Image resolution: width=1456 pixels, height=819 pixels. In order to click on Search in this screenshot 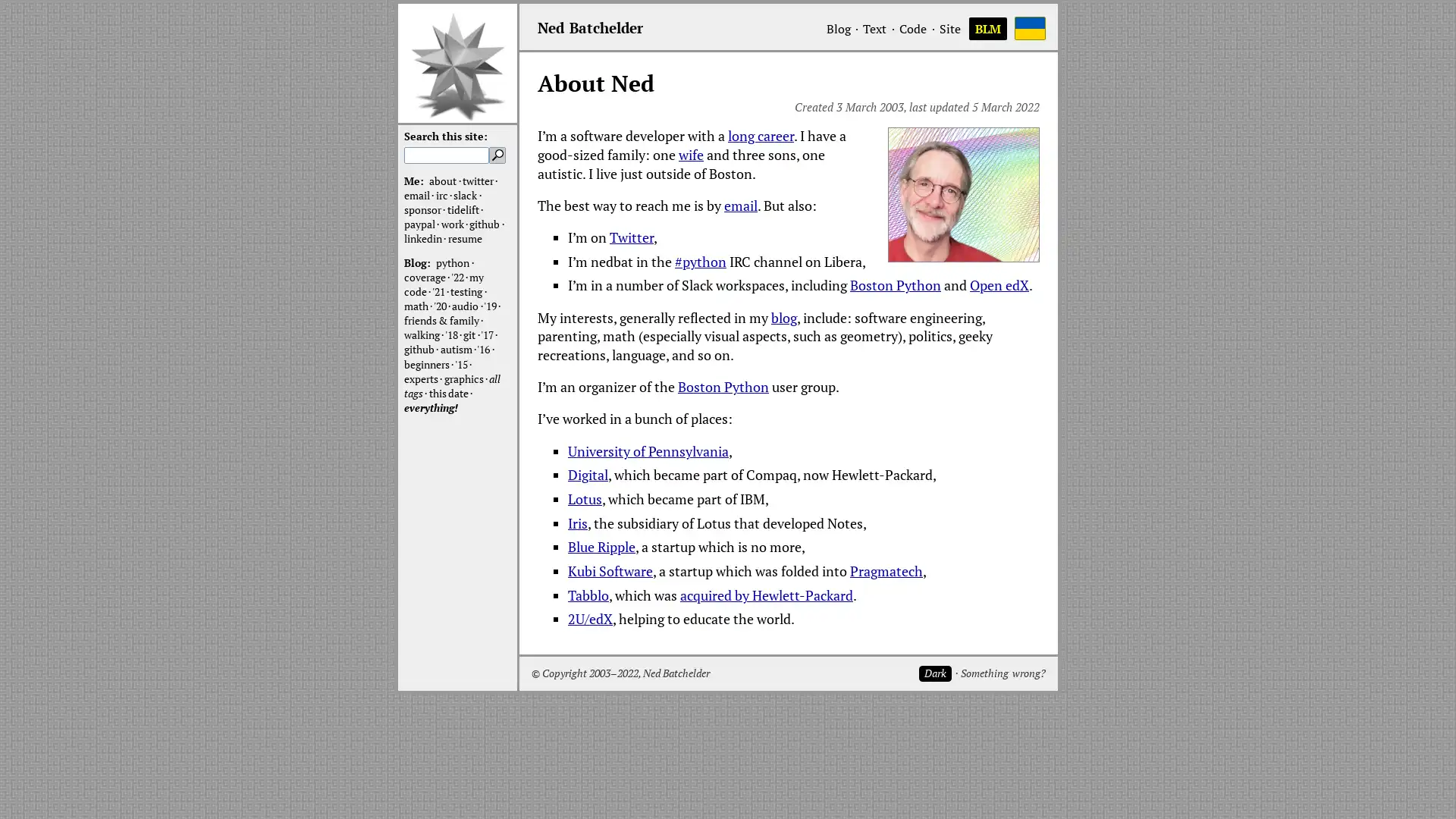, I will do `click(497, 155)`.